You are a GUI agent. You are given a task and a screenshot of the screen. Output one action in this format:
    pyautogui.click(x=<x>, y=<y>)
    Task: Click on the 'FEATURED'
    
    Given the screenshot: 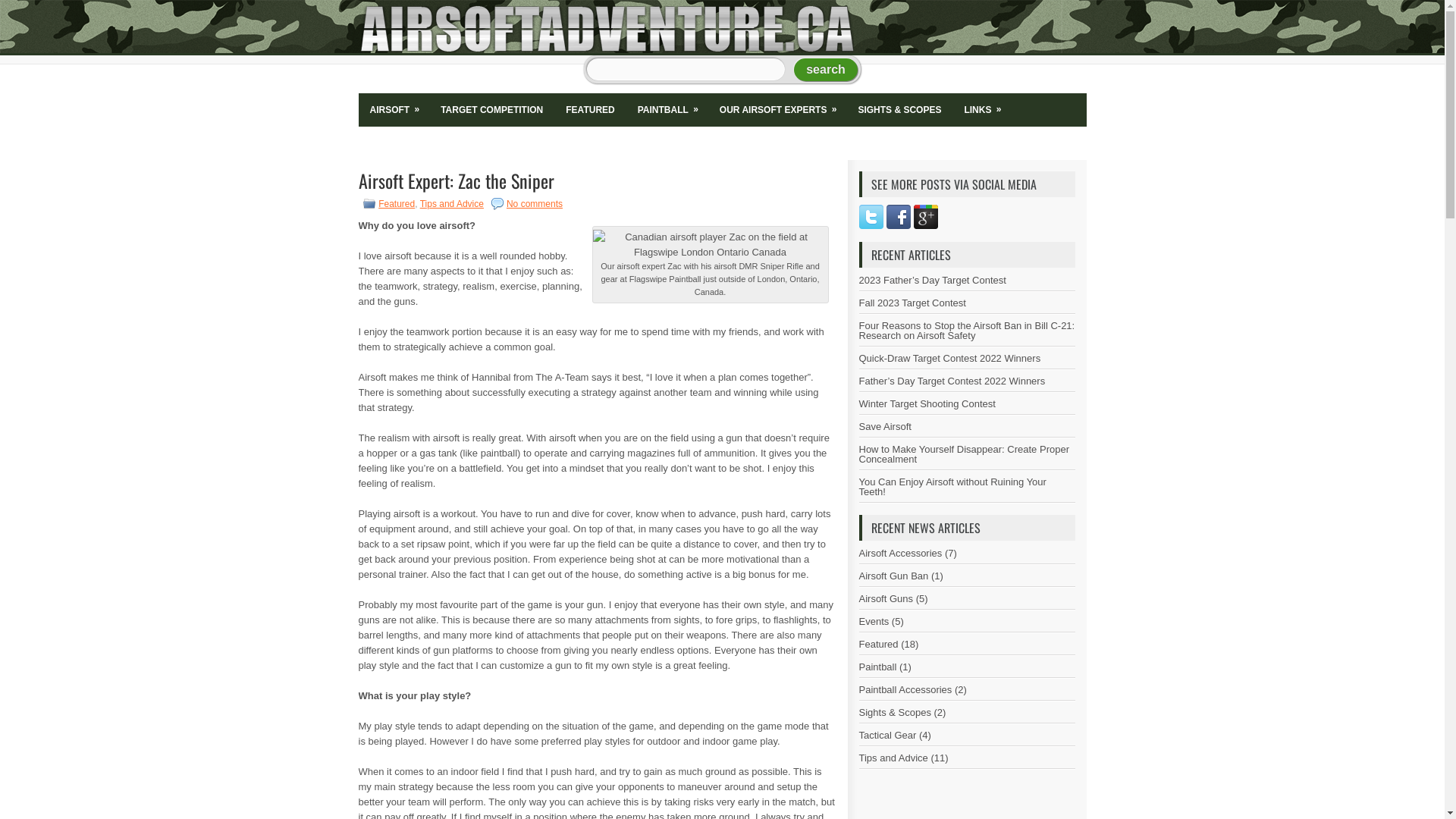 What is the action you would take?
    pyautogui.click(x=588, y=109)
    